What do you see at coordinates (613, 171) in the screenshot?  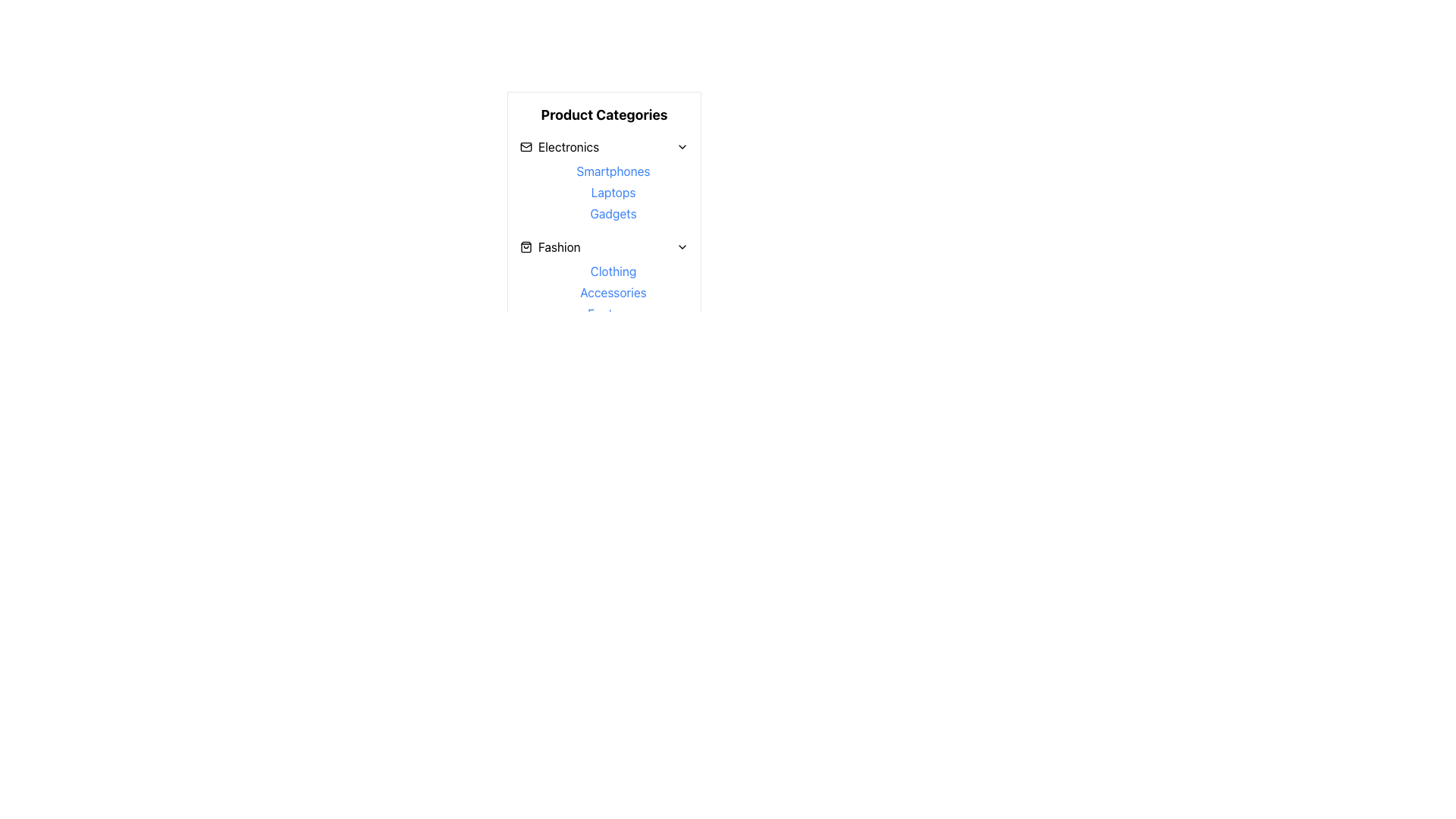 I see `the 'Smartphones' text label or link` at bounding box center [613, 171].